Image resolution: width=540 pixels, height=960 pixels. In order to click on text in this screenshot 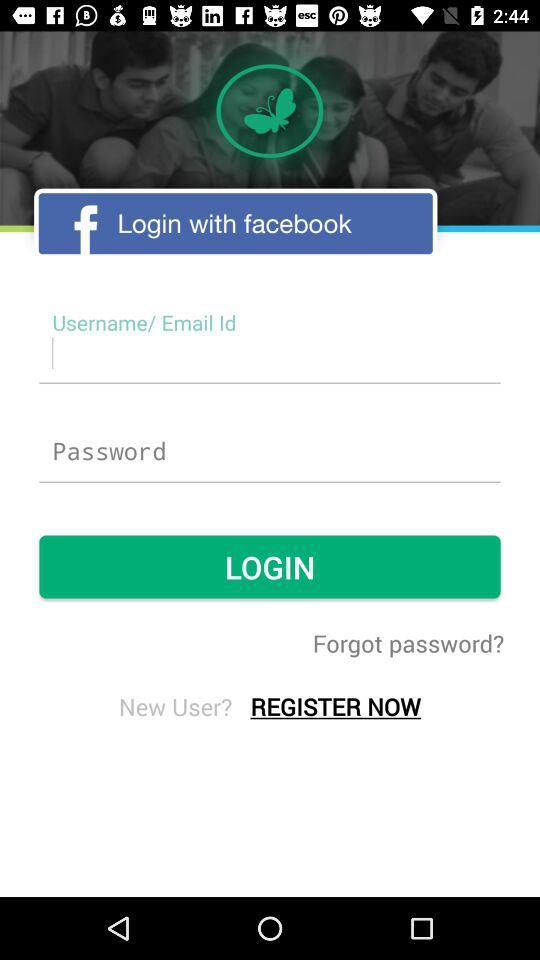, I will do `click(270, 353)`.